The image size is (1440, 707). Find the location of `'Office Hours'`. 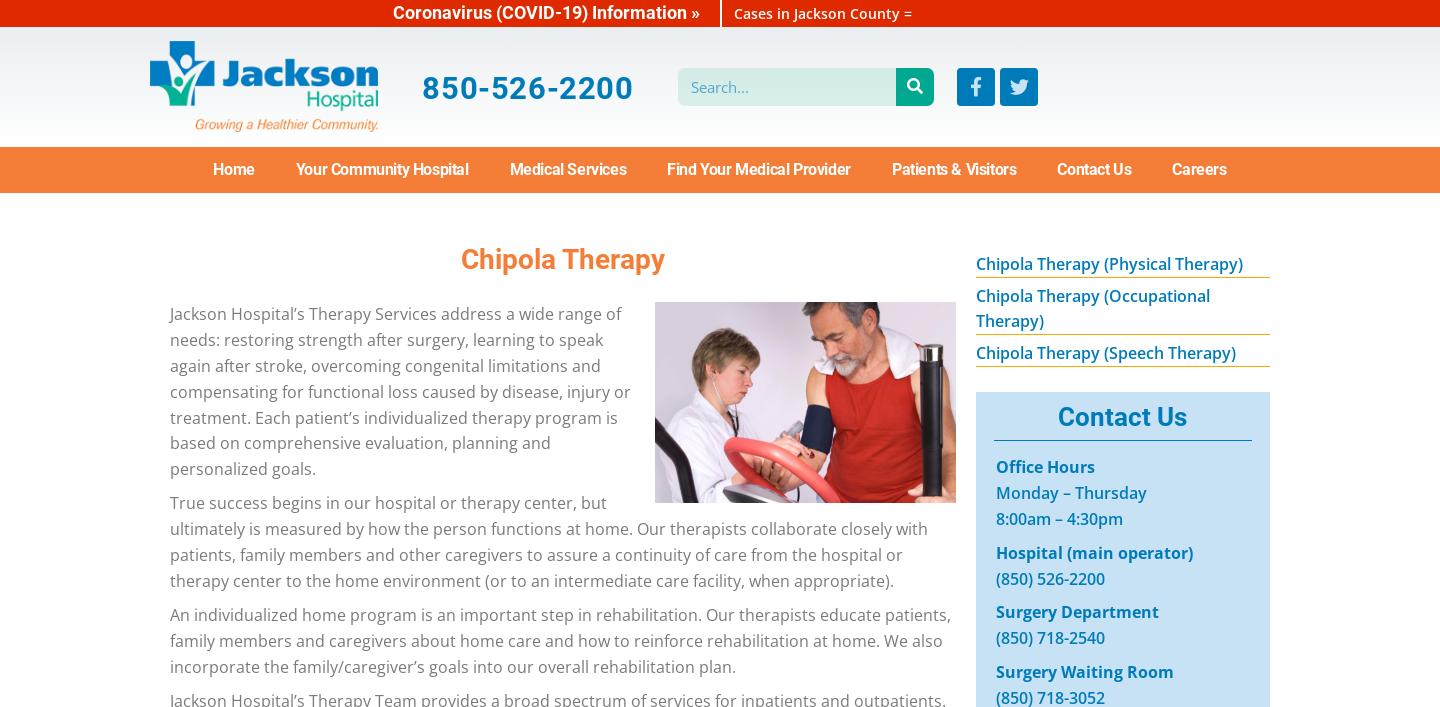

'Office Hours' is located at coordinates (1044, 465).